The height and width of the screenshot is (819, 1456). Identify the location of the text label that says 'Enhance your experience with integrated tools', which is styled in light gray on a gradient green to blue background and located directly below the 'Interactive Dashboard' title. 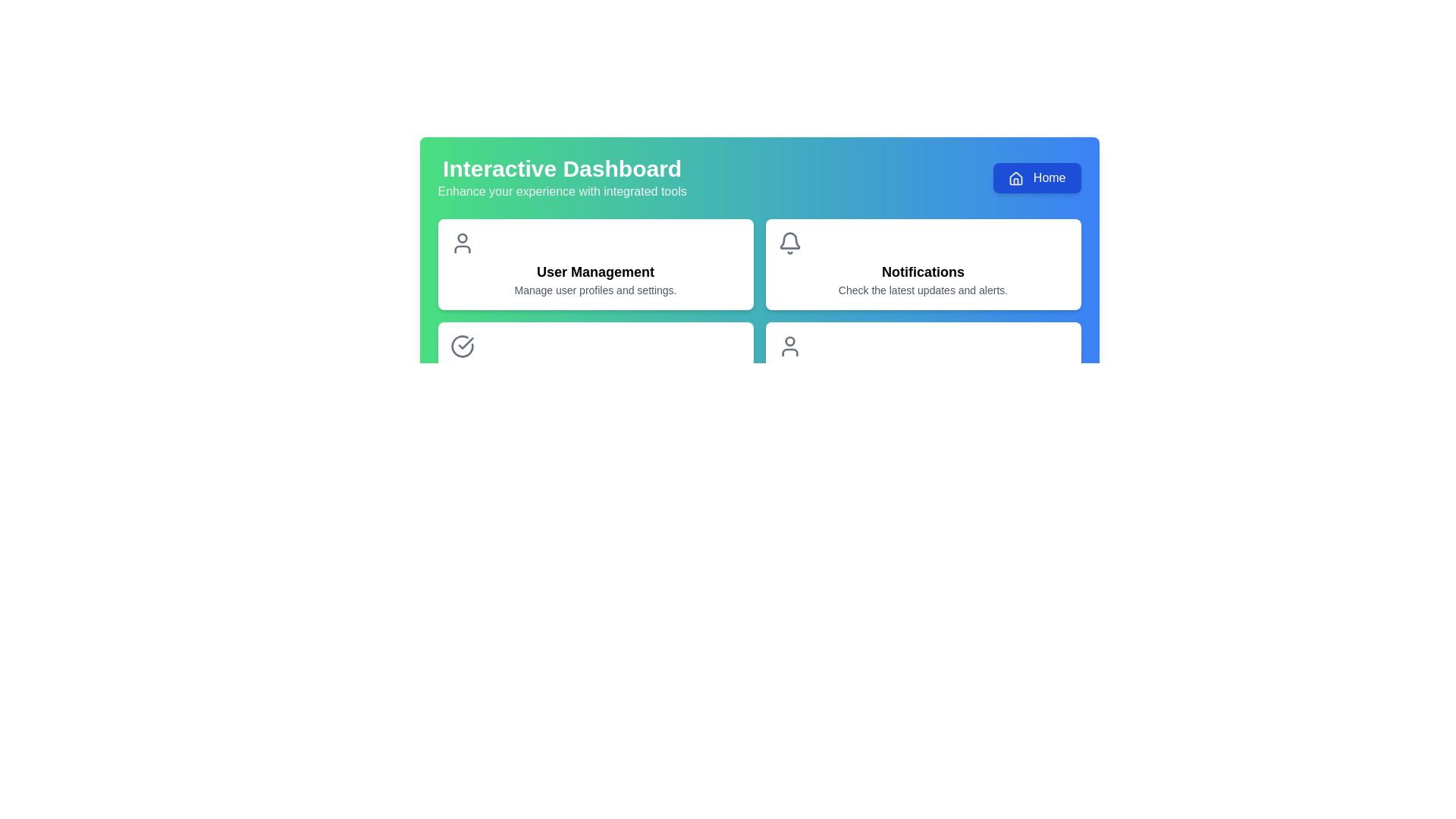
(561, 191).